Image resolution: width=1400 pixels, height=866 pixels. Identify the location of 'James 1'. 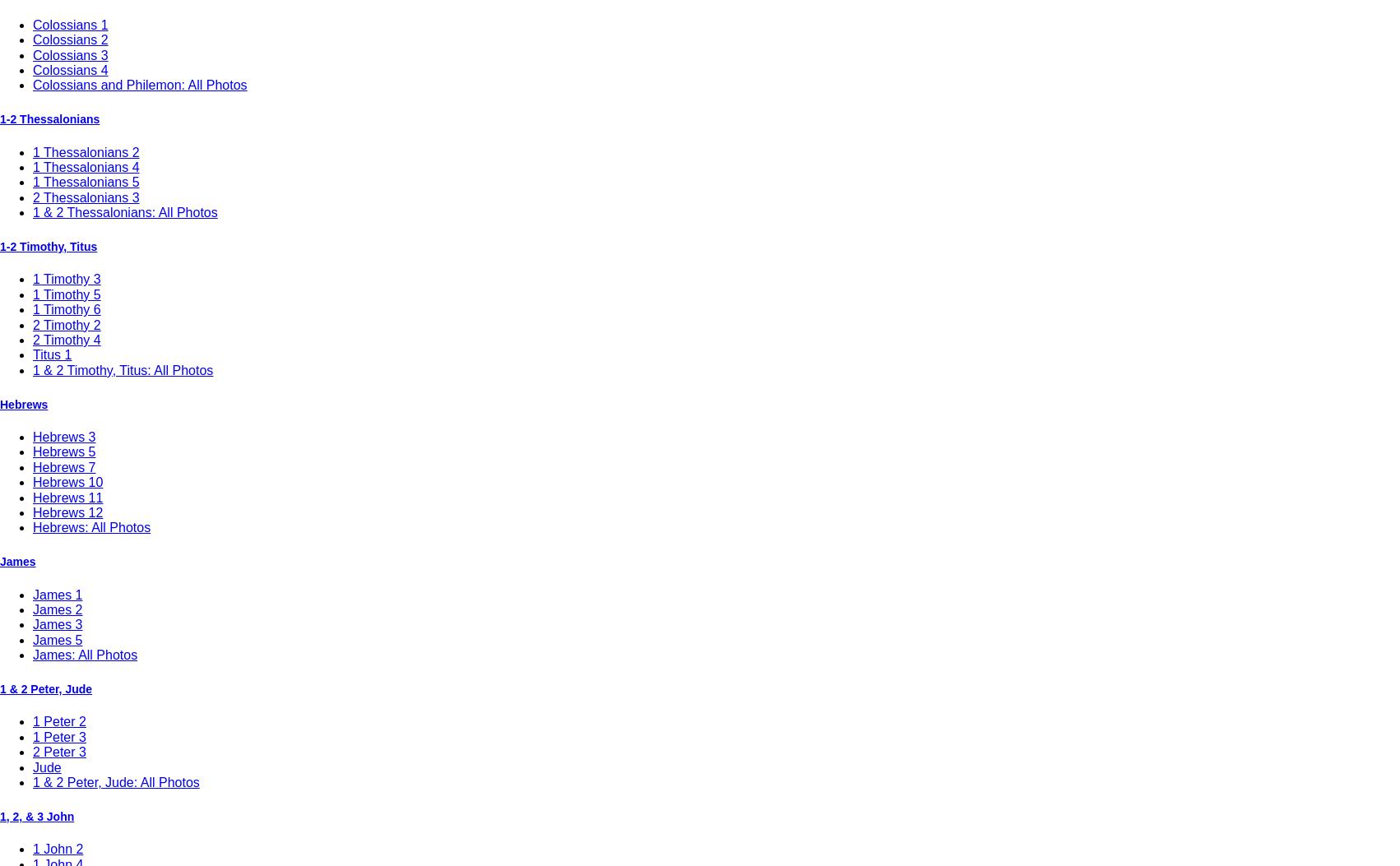
(32, 593).